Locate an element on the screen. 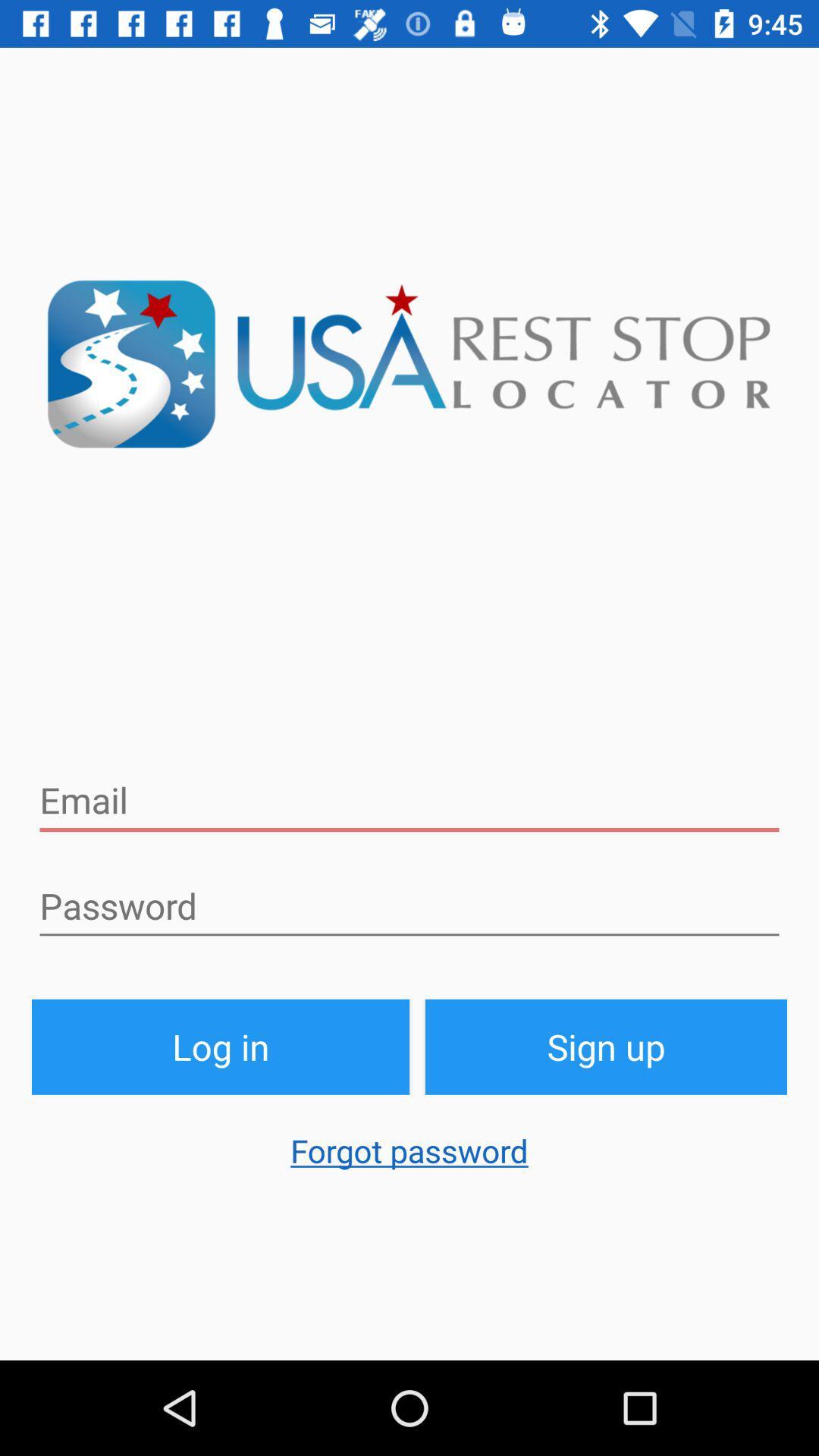 The height and width of the screenshot is (1456, 819). the sign up button is located at coordinates (605, 1046).